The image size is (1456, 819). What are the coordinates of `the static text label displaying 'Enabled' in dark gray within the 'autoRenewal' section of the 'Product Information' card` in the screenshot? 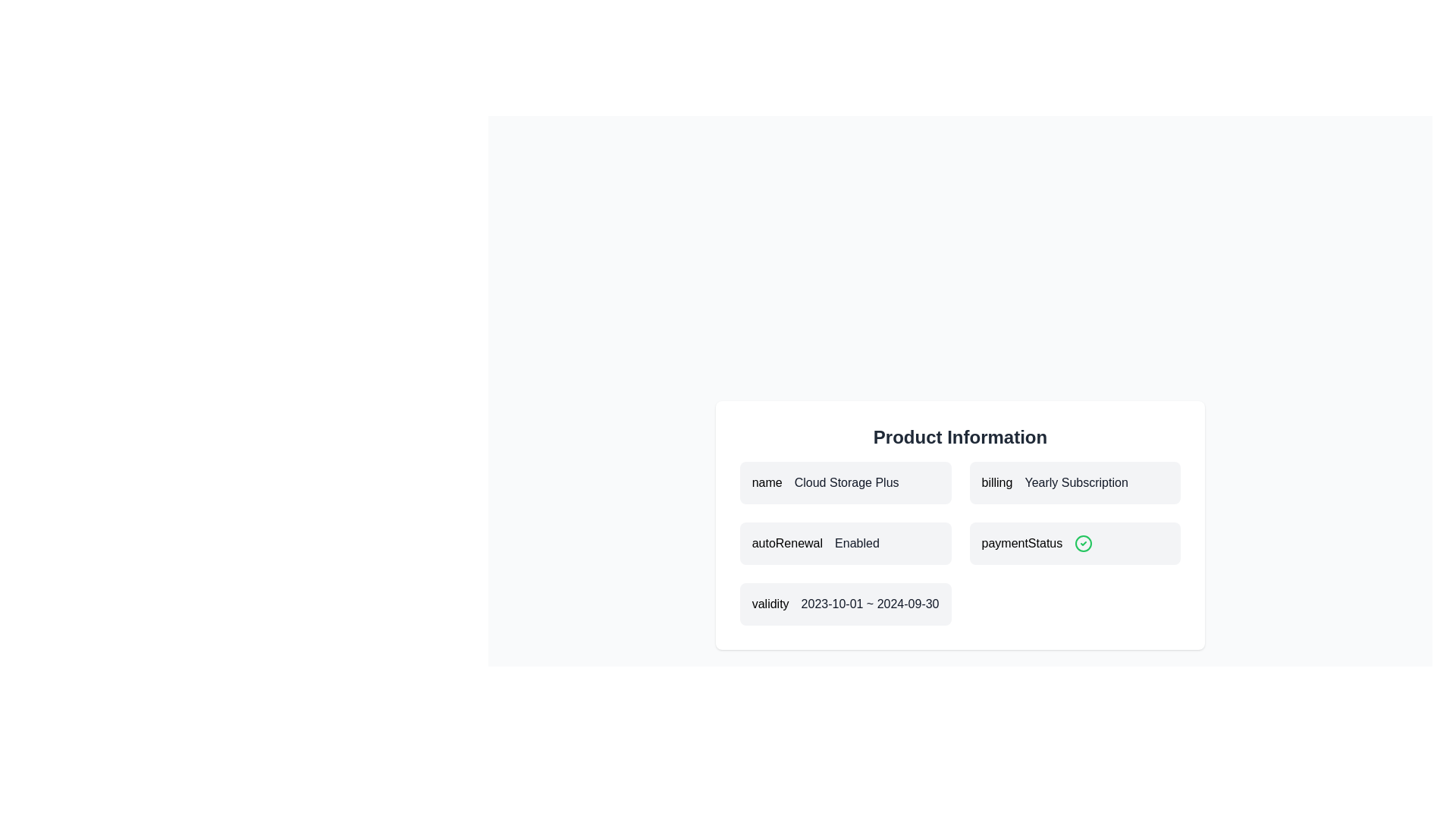 It's located at (857, 542).